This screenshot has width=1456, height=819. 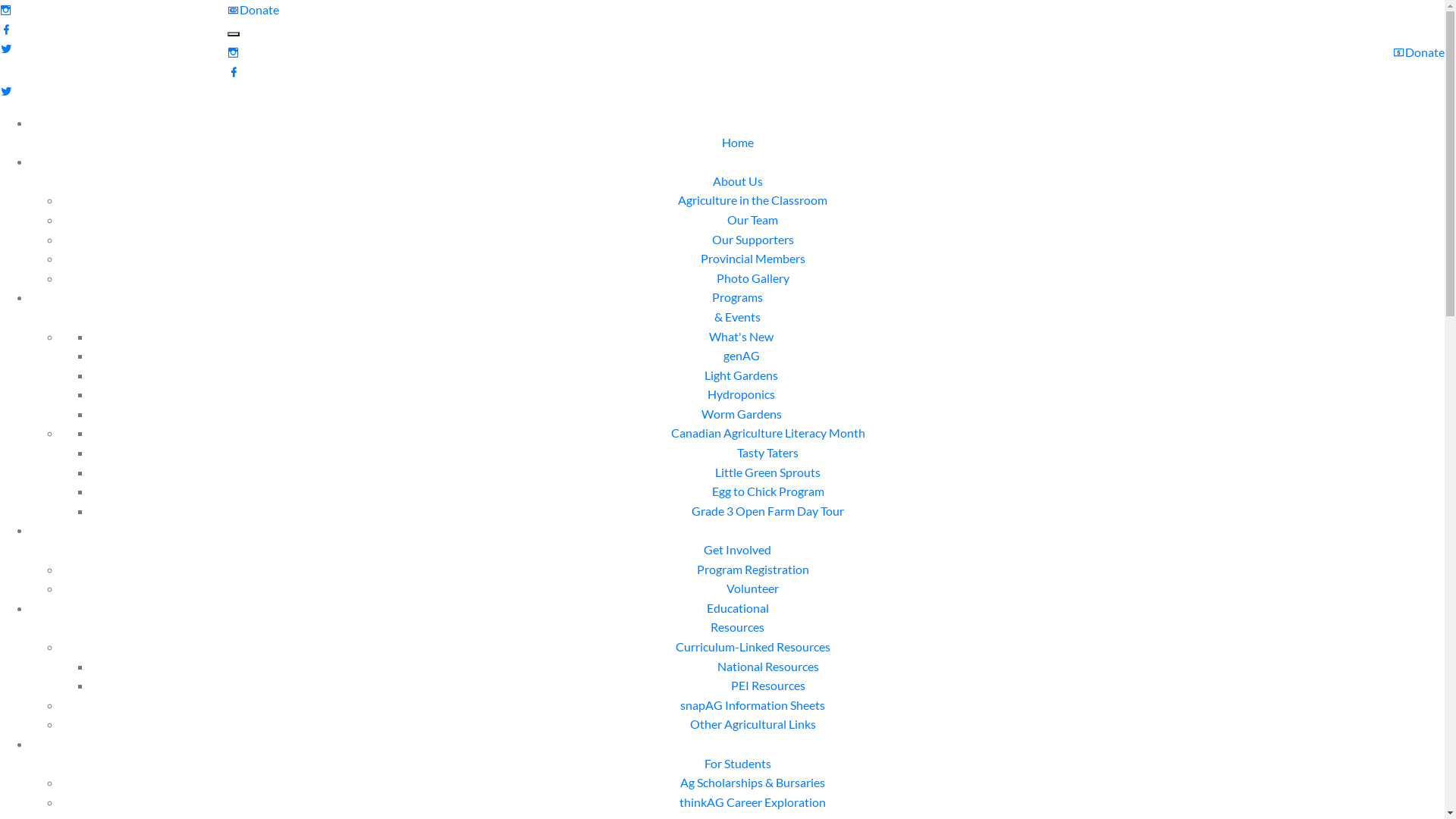 I want to click on 'Little Green Sprouts', so click(x=767, y=471).